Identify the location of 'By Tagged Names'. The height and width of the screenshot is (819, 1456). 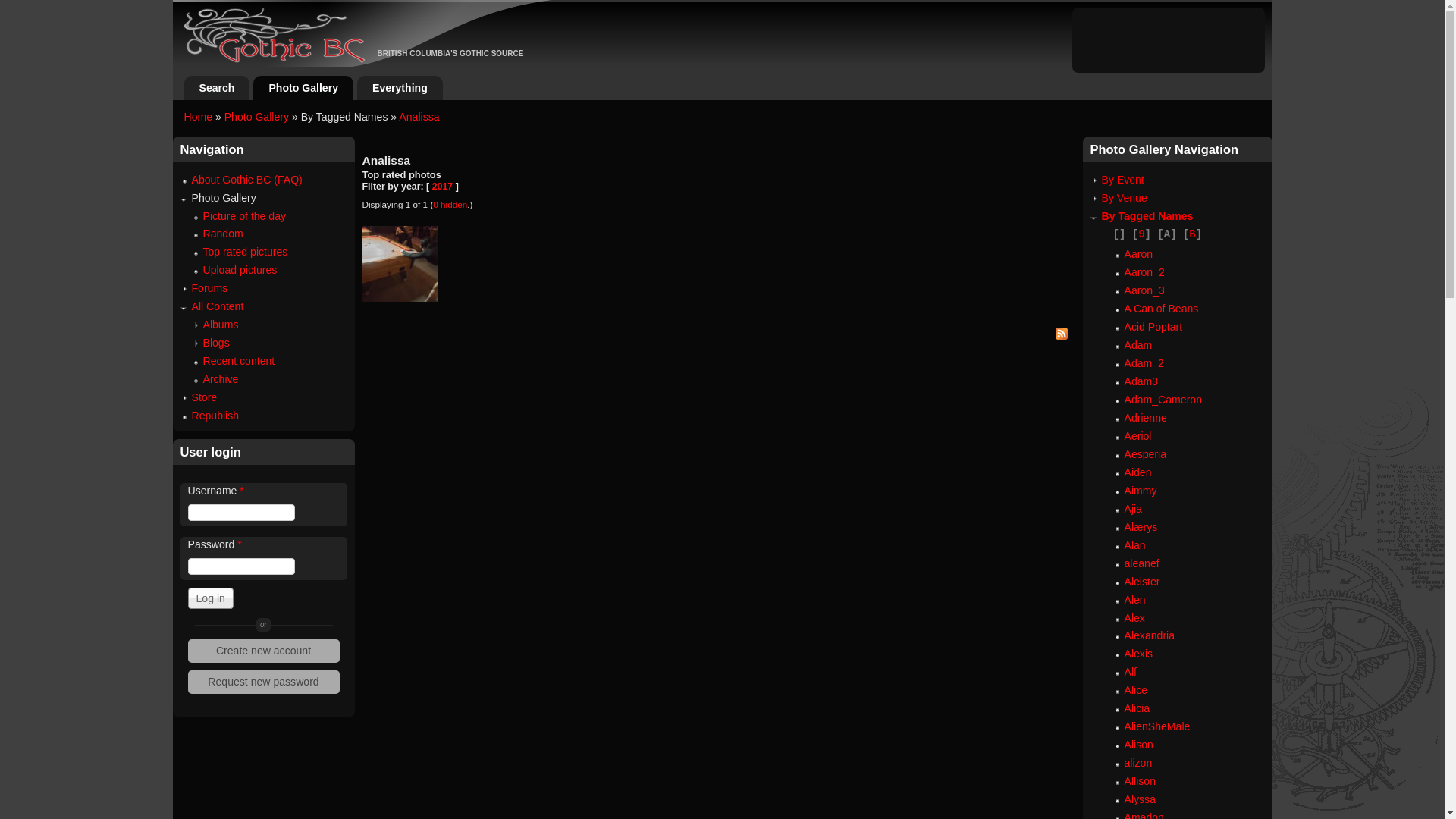
(1100, 216).